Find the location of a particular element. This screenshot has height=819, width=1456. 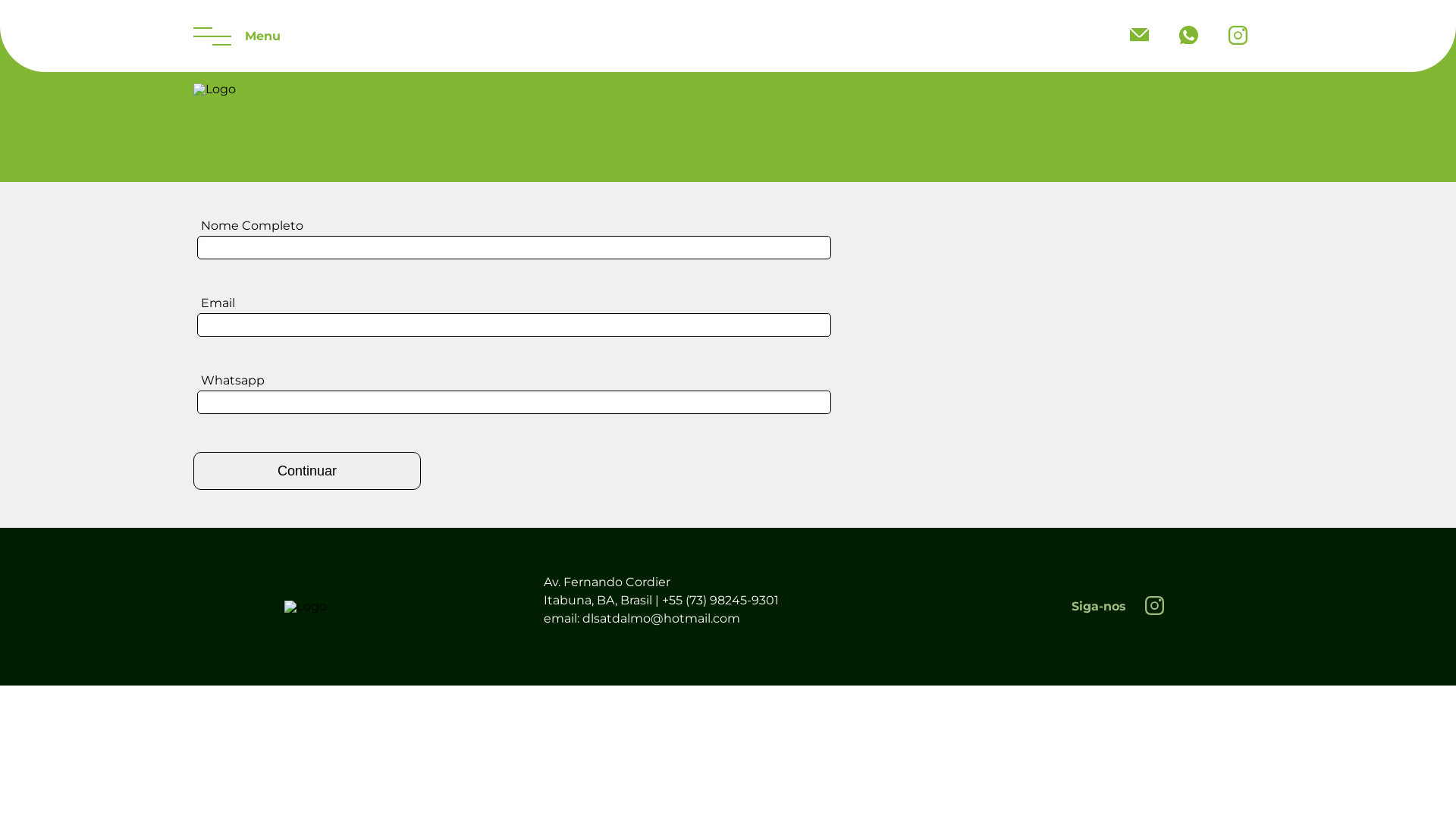

'dlsatdalmo@hotmail.com' is located at coordinates (1114, 34).